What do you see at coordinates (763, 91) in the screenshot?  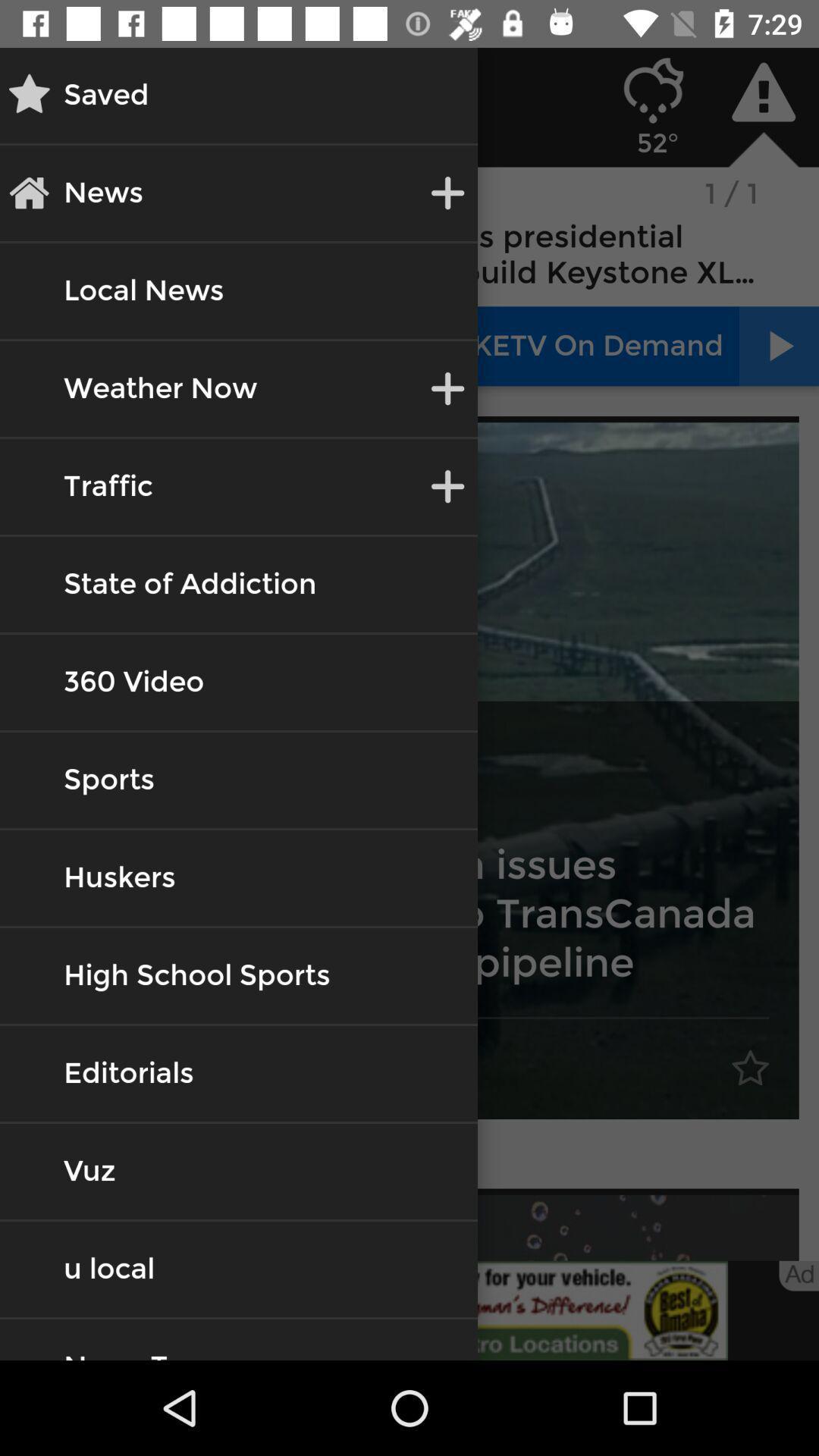 I see `alert icon at top right` at bounding box center [763, 91].